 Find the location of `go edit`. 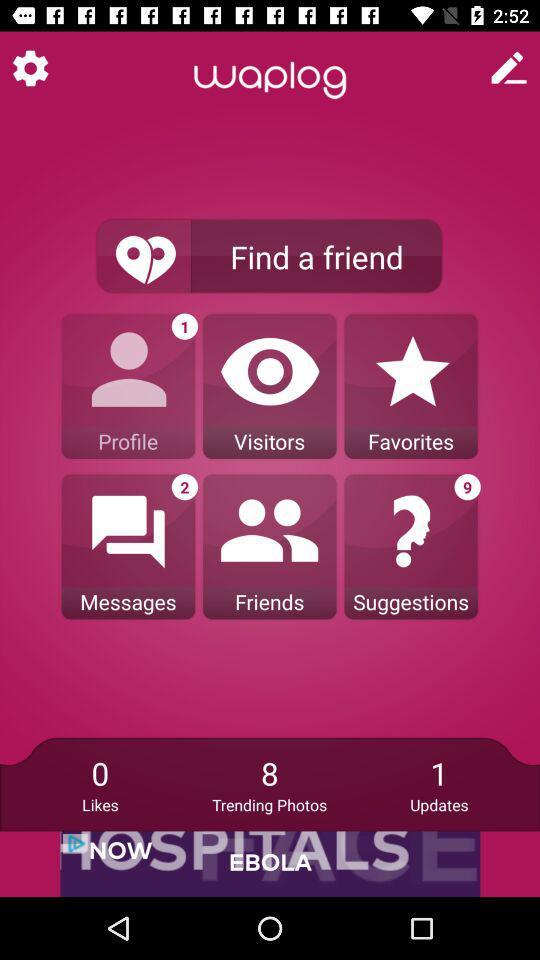

go edit is located at coordinates (509, 68).